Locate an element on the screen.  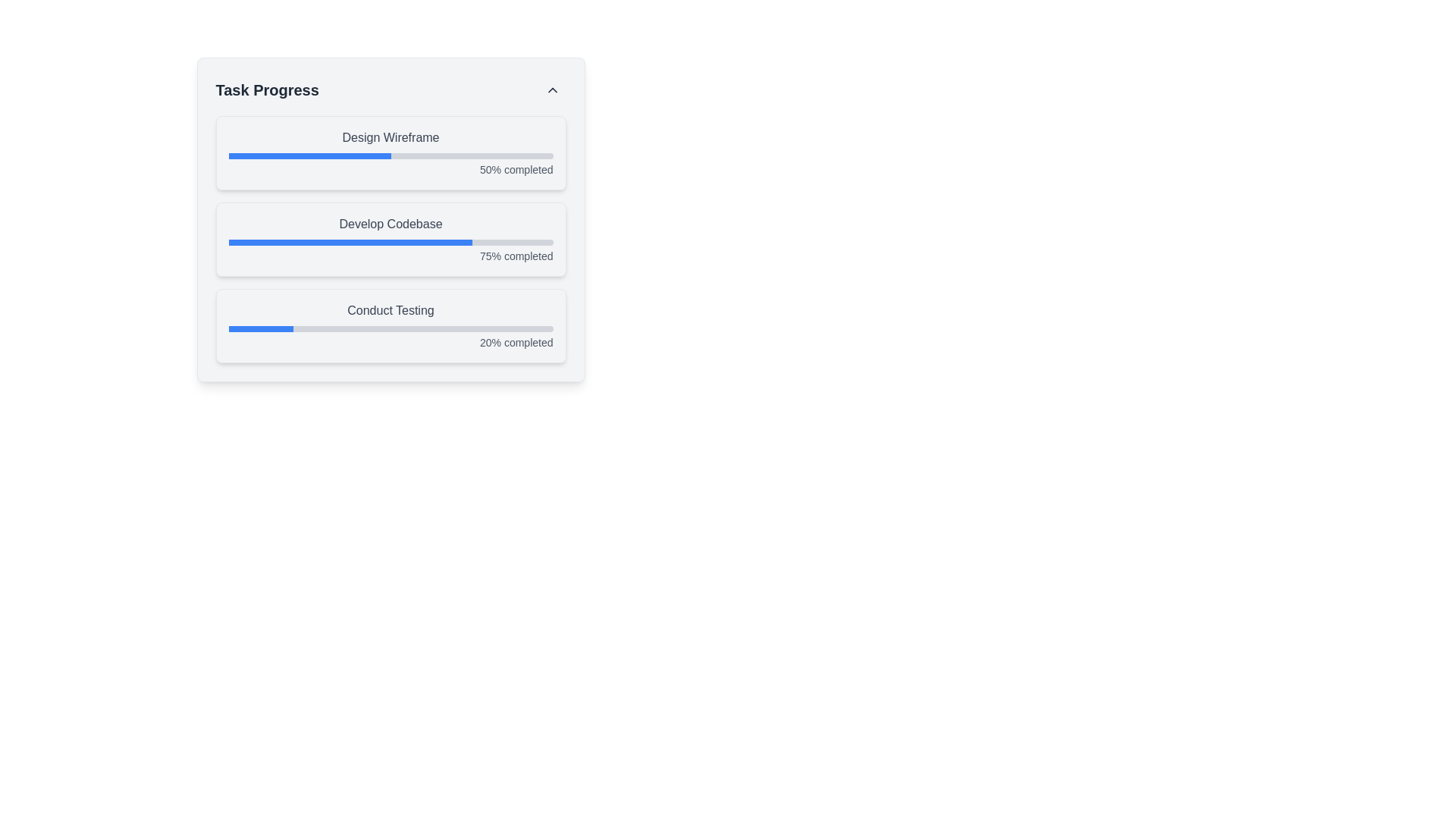
the blue progress bar segment within the 'Conduct Testing' progress indicator, which shows '20% completed' is located at coordinates (261, 328).